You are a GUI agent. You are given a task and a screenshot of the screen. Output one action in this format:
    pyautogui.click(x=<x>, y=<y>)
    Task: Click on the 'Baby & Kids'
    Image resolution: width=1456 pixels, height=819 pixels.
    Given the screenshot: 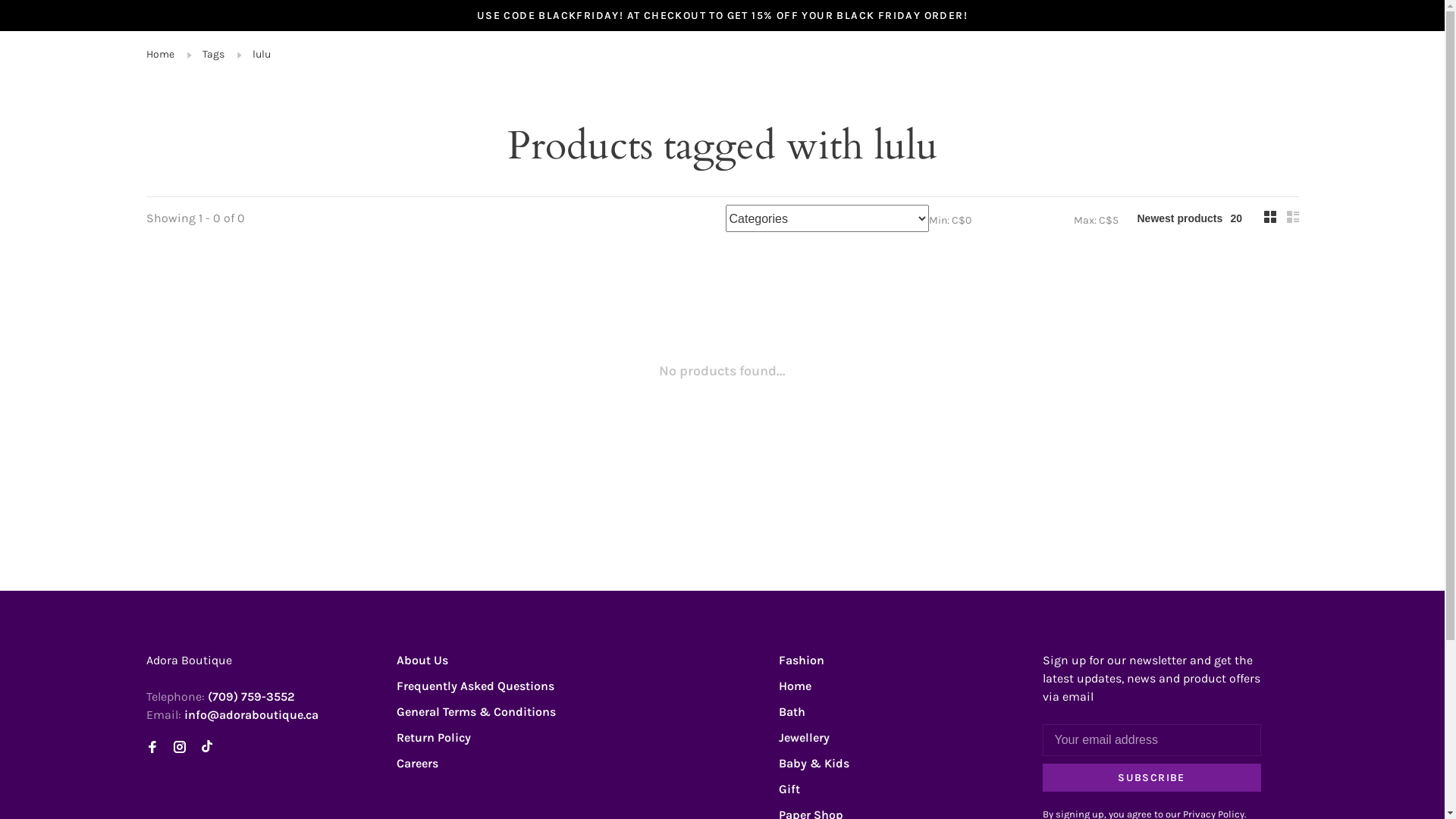 What is the action you would take?
    pyautogui.click(x=812, y=763)
    